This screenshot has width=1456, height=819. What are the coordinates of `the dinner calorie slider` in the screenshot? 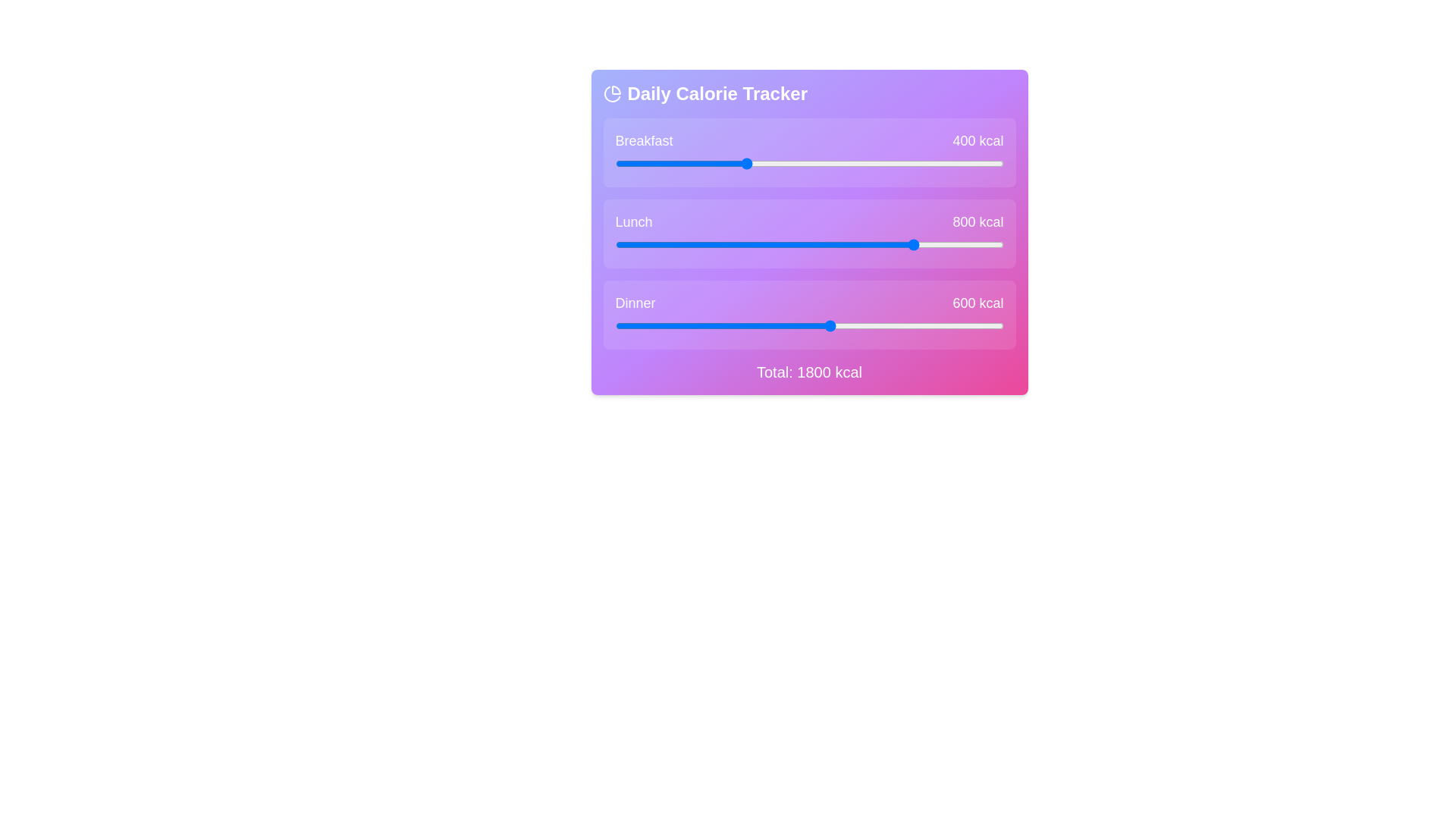 It's located at (662, 325).